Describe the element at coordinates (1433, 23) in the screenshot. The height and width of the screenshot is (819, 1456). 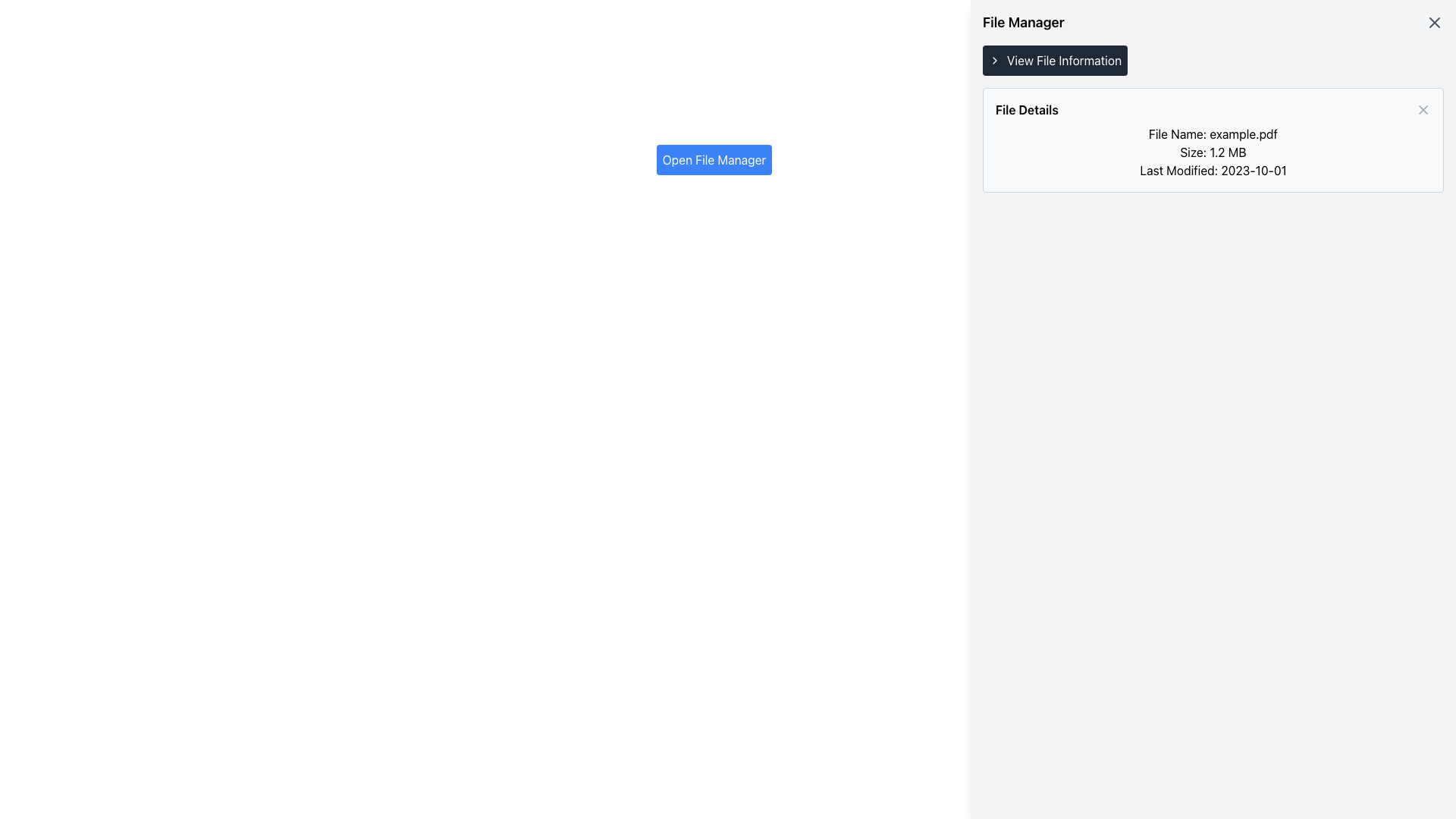
I see `the close icon represented by an 'X' in the top-right corner of the file detail overlay` at that location.